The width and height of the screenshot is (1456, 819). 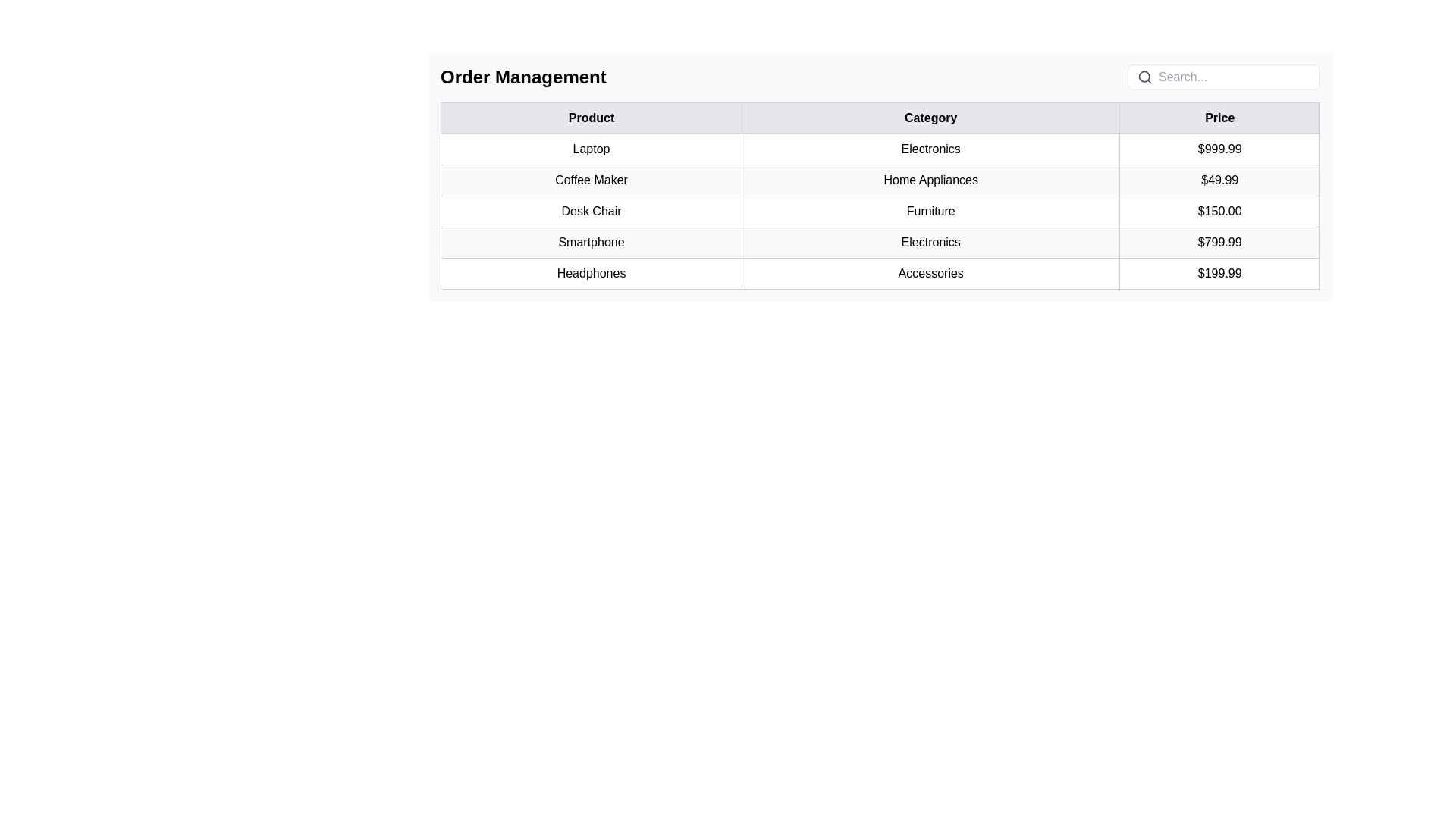 I want to click on the table cell containing the text 'Smartphone' in the 'Product' column, which is styled with a light gray border and centered text, so click(x=591, y=242).